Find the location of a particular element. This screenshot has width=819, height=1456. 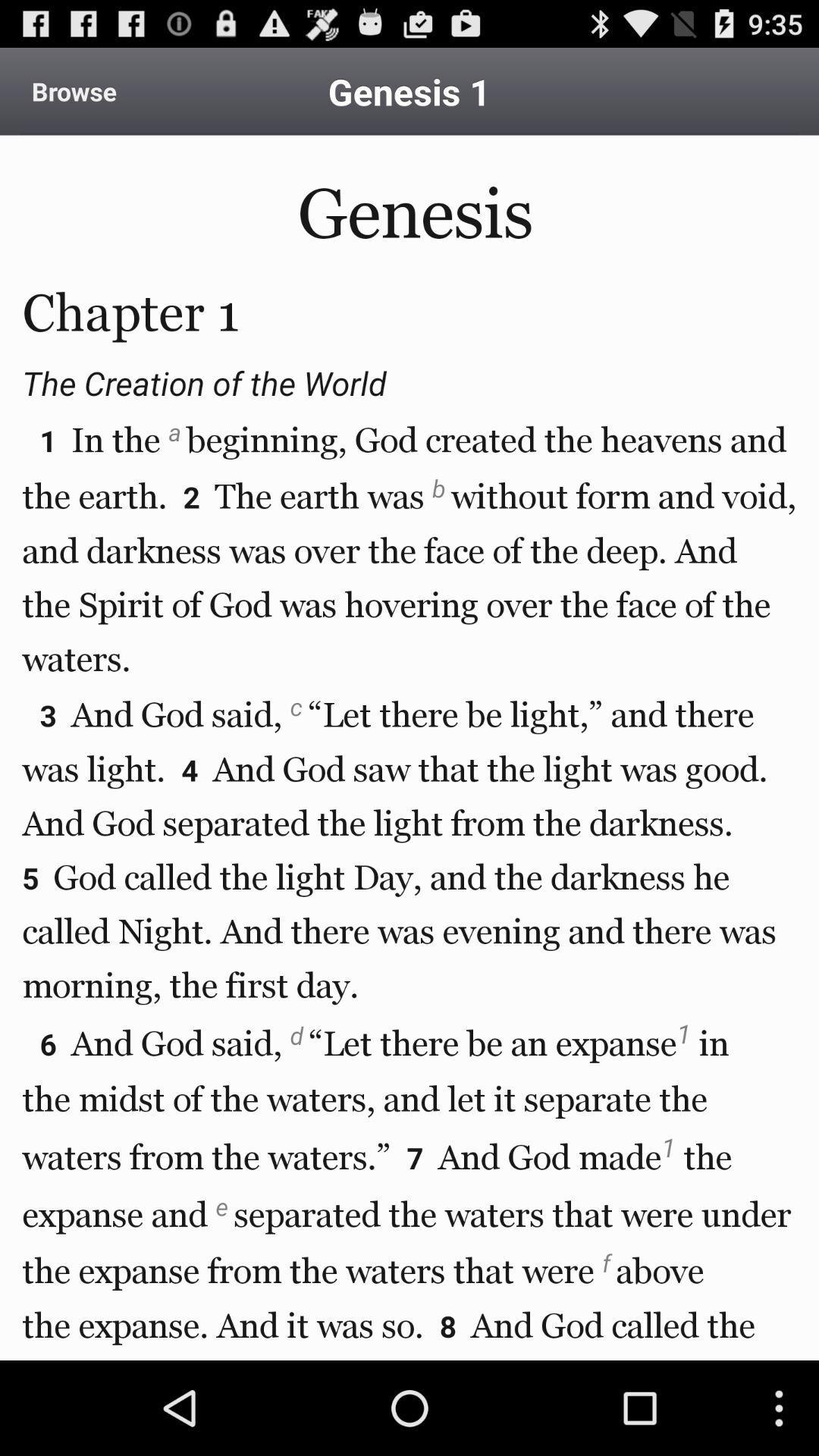

icon above the genesis chapter 1 icon is located at coordinates (74, 90).